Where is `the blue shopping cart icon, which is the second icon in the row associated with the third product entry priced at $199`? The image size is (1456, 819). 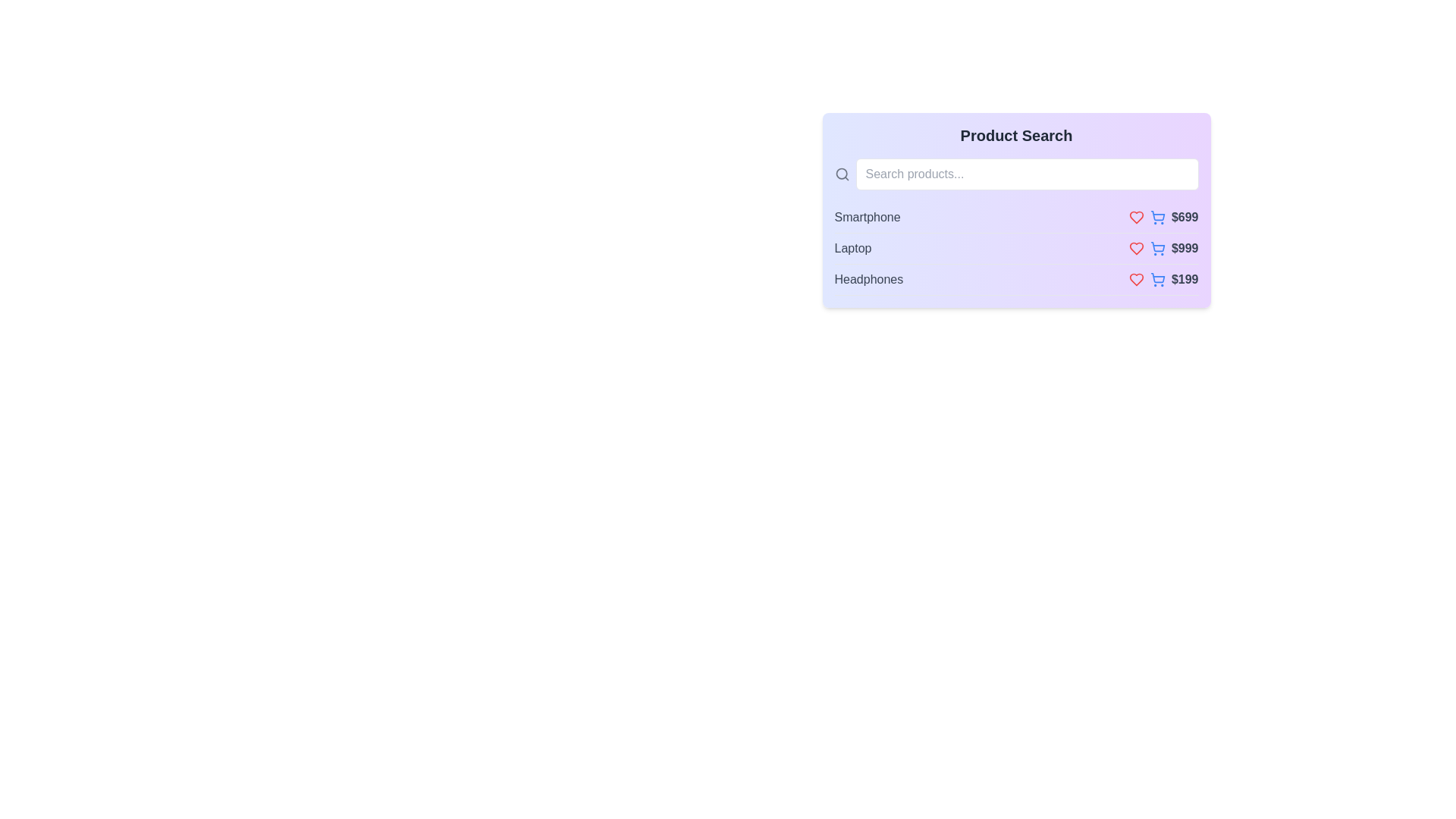
the blue shopping cart icon, which is the second icon in the row associated with the third product entry priced at $199 is located at coordinates (1156, 280).